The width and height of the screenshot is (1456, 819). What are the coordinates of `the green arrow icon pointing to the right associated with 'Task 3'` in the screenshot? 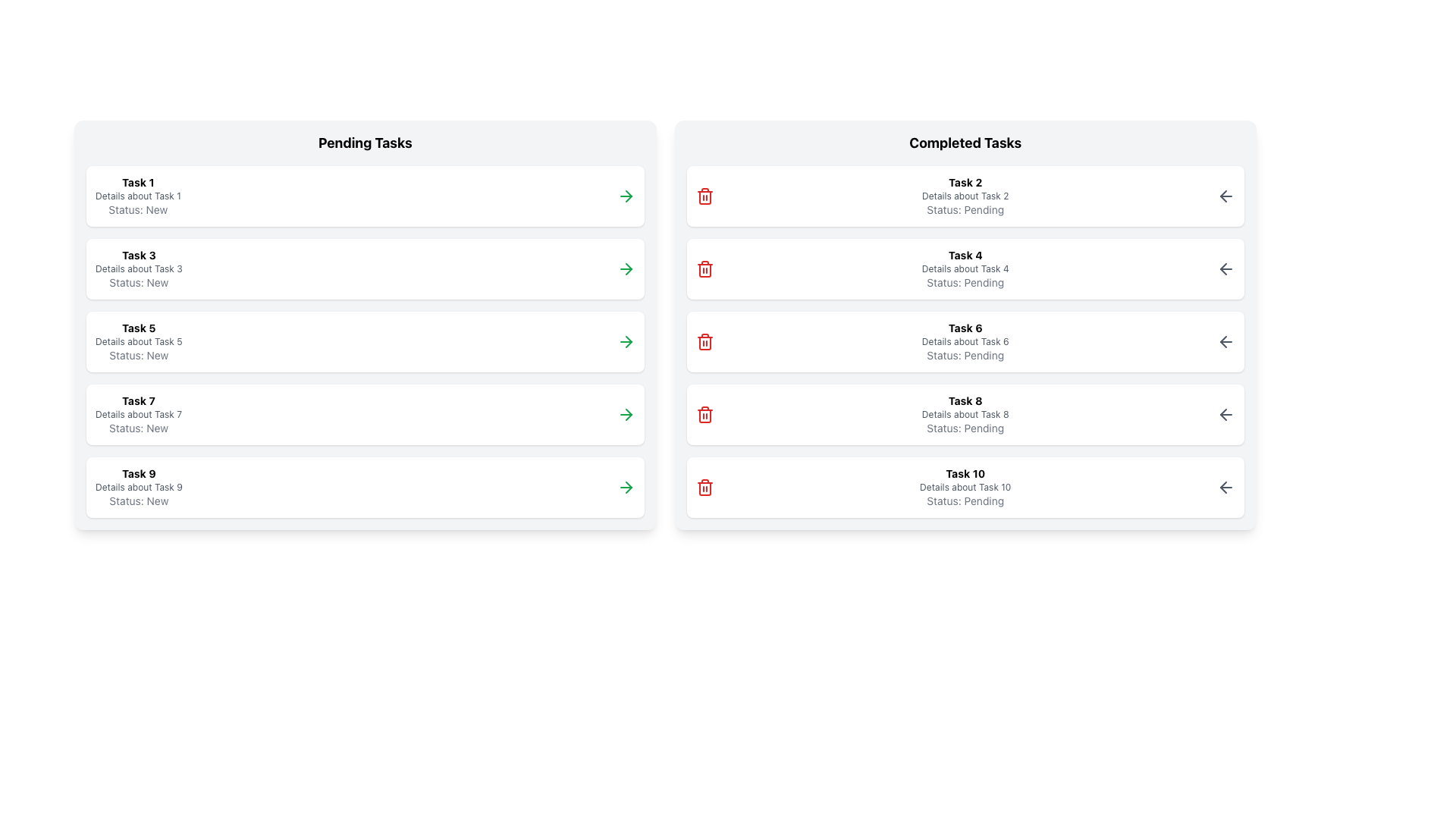 It's located at (626, 268).